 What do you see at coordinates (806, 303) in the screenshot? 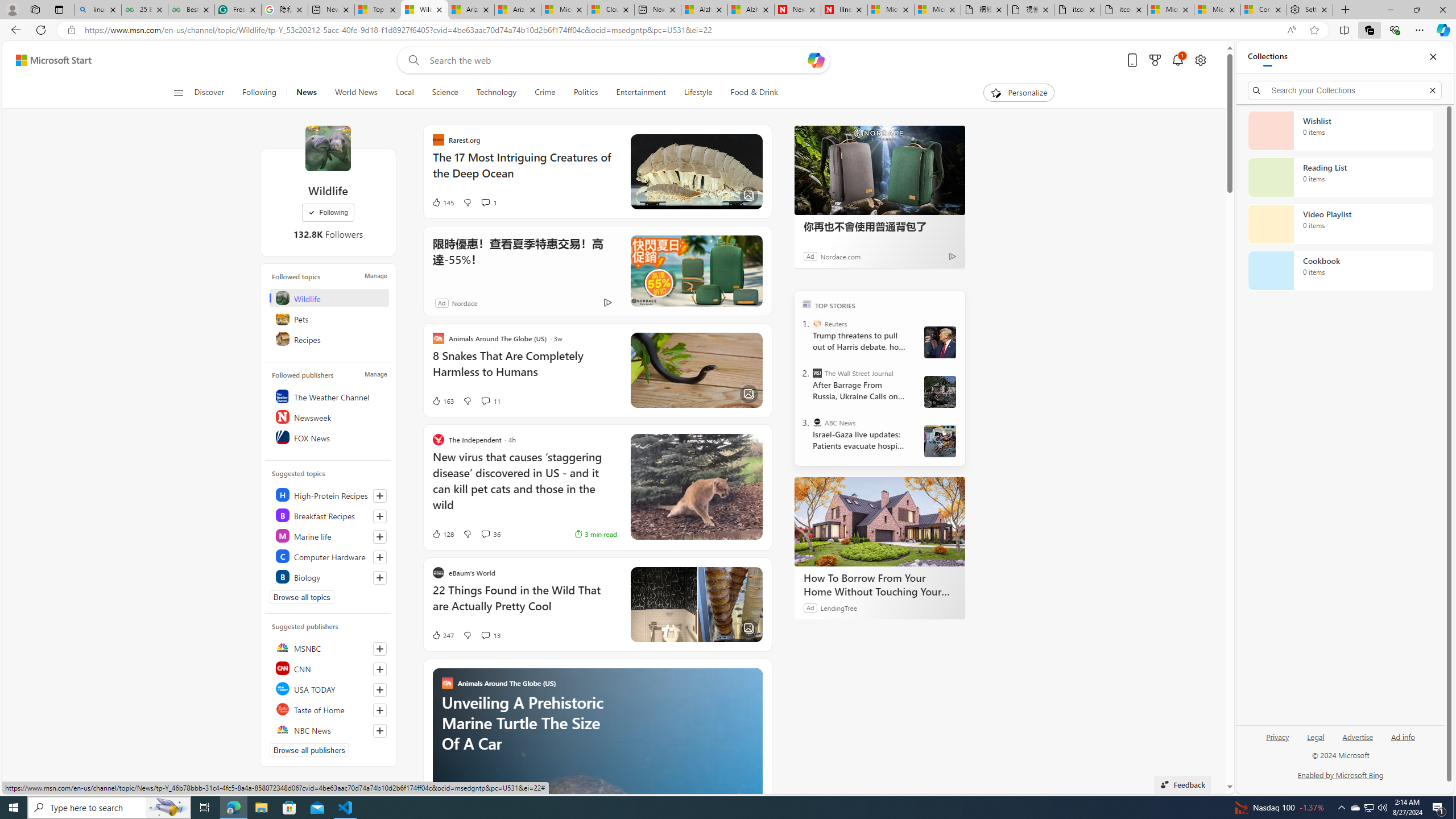
I see `'TOP'` at bounding box center [806, 303].